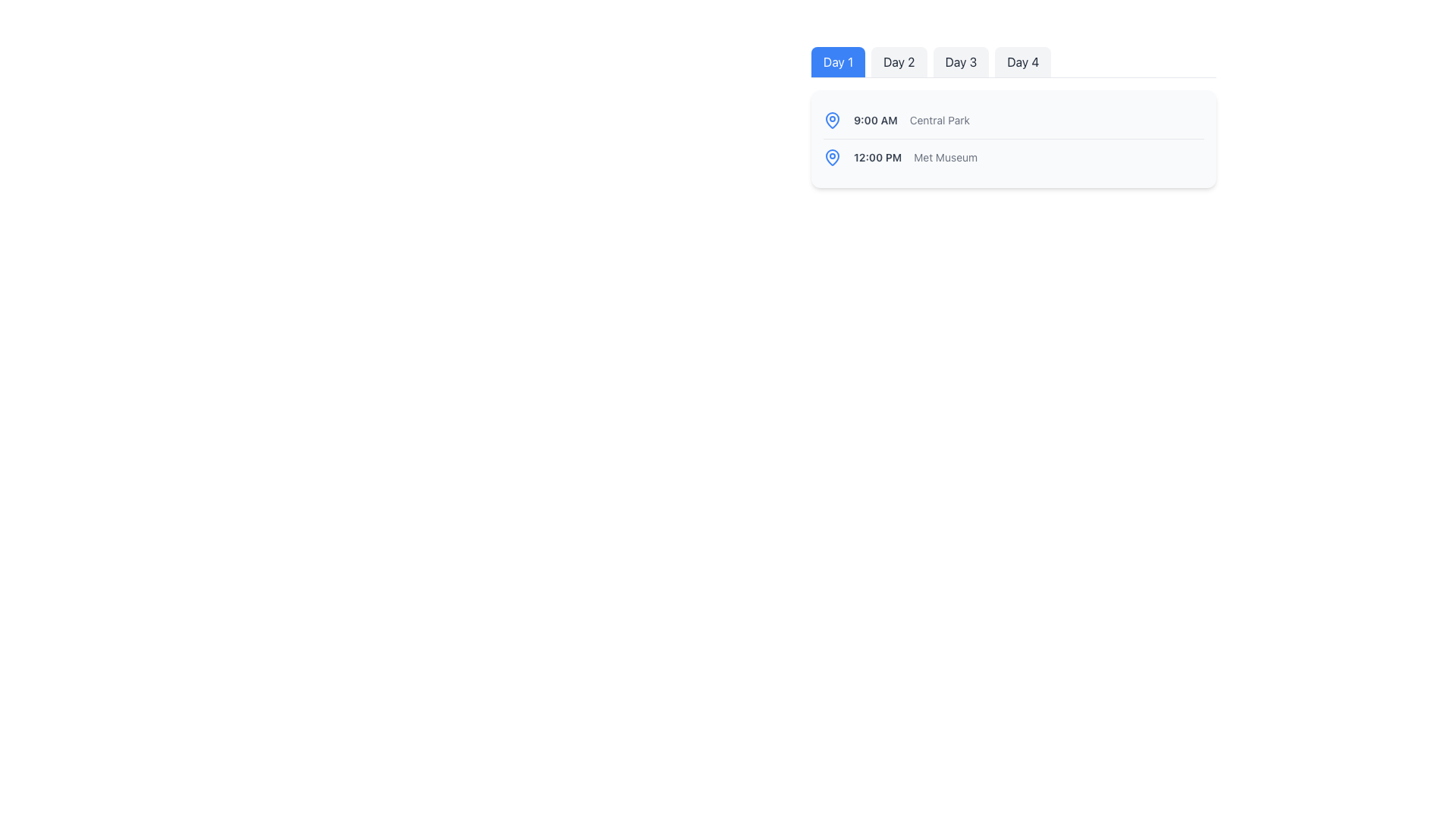 This screenshot has width=1456, height=819. I want to click on the 'Day 4' button using keyboard navigation, so click(1023, 61).